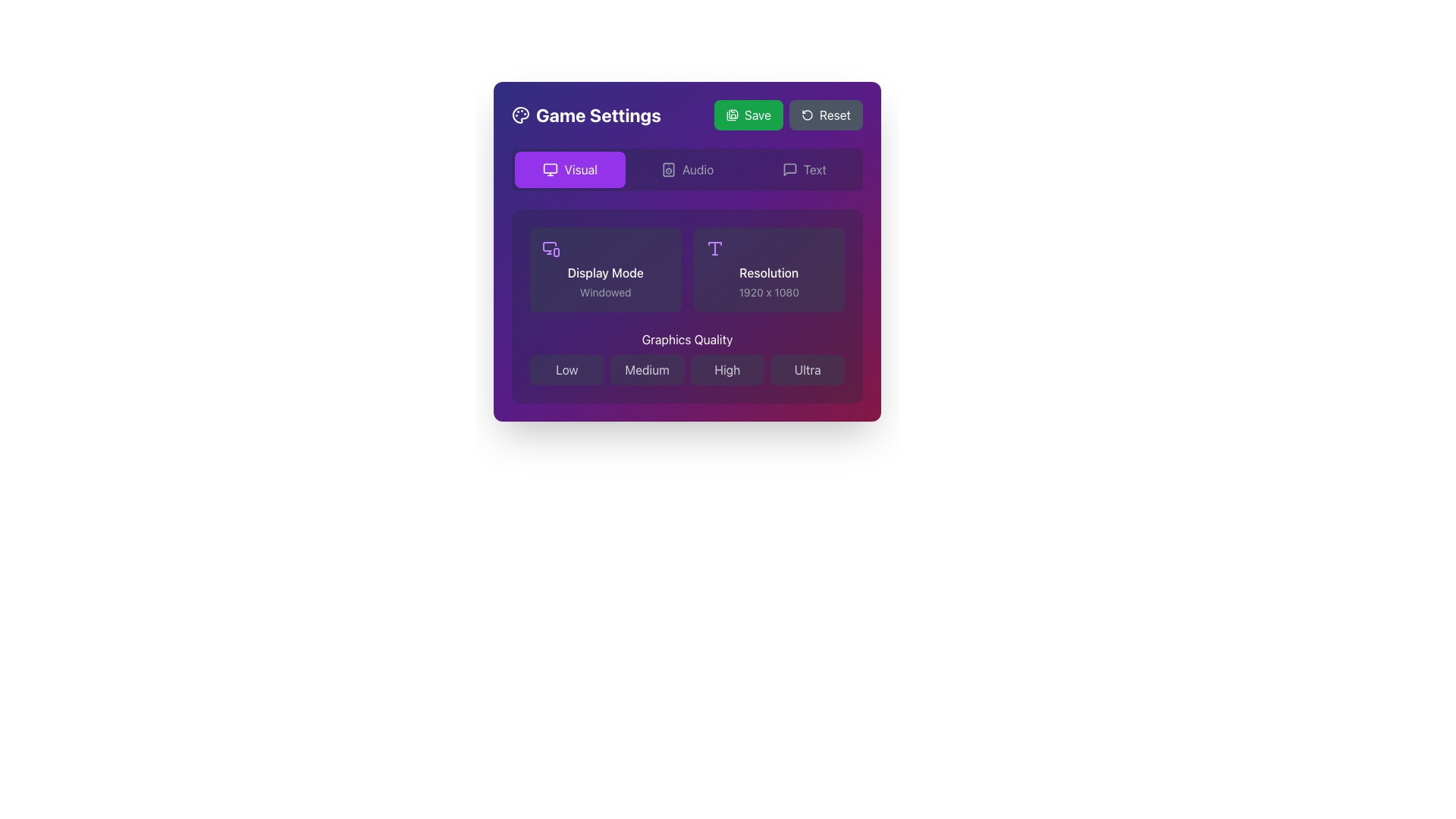  What do you see at coordinates (733, 113) in the screenshot?
I see `the save action icon, which is styled as a button with a green background and located in the upper-right corner of the Game Settings panel` at bounding box center [733, 113].